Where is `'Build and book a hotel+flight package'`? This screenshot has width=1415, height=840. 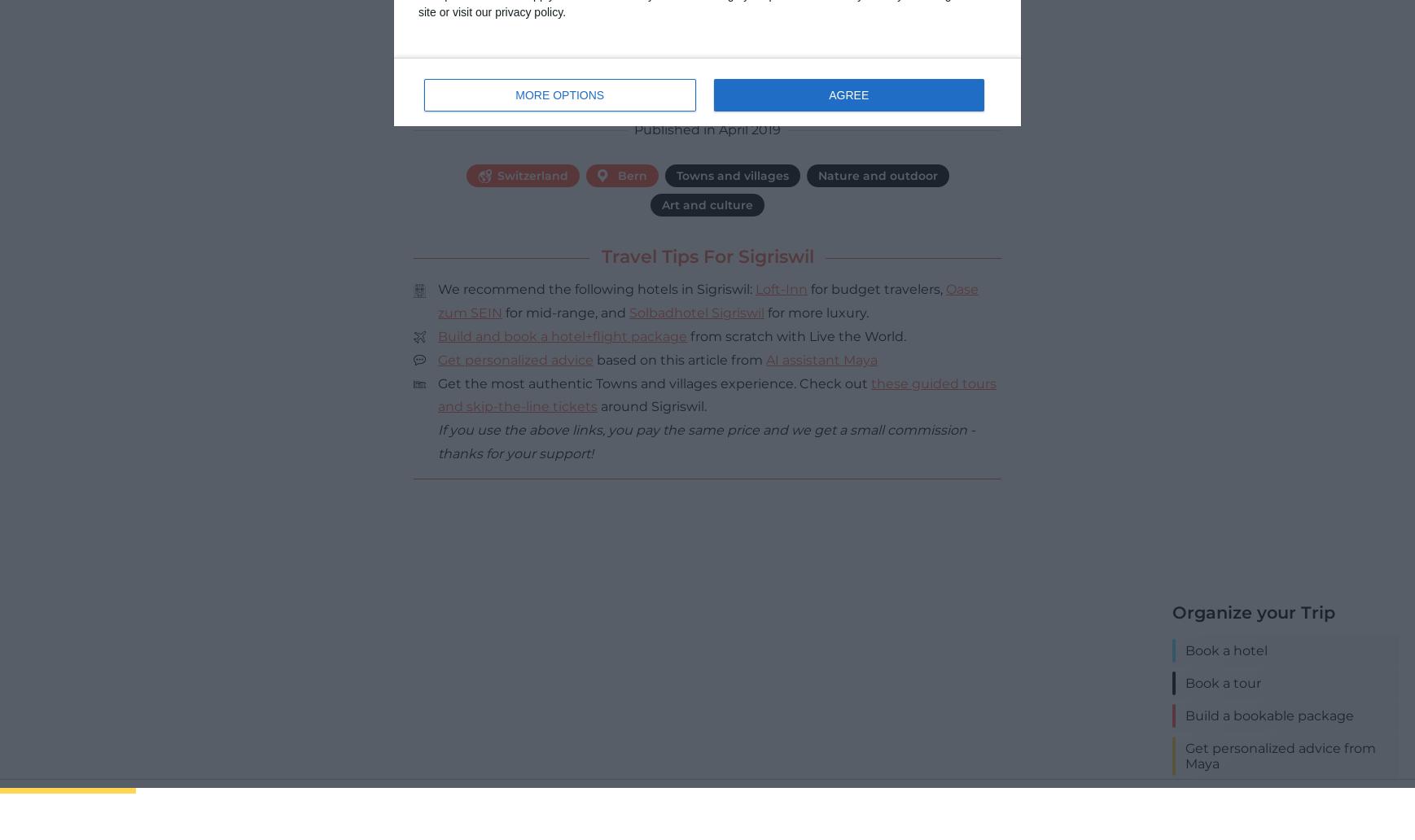 'Build and book a hotel+flight package' is located at coordinates (563, 335).